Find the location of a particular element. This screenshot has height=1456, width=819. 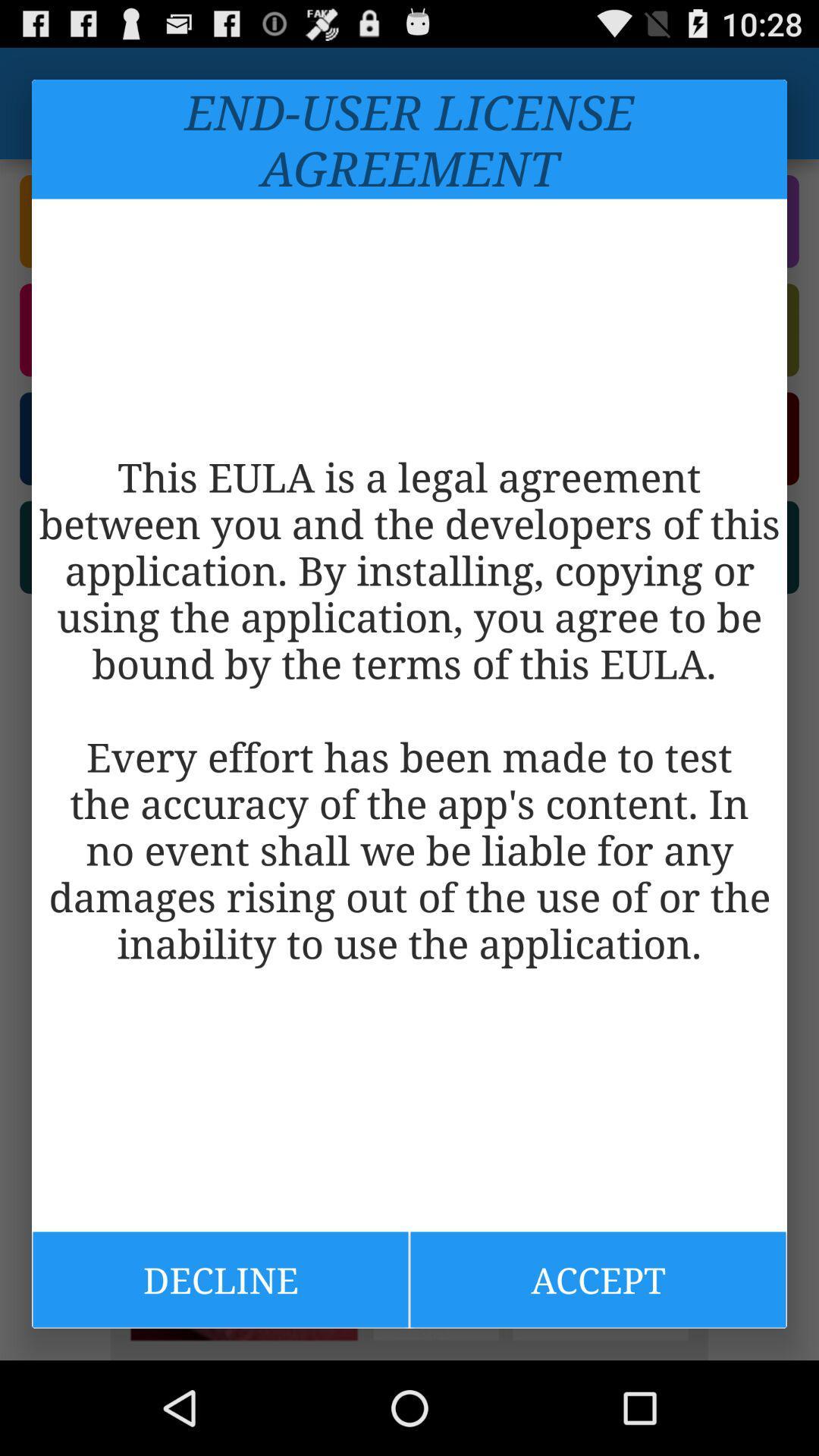

accept is located at coordinates (598, 1279).